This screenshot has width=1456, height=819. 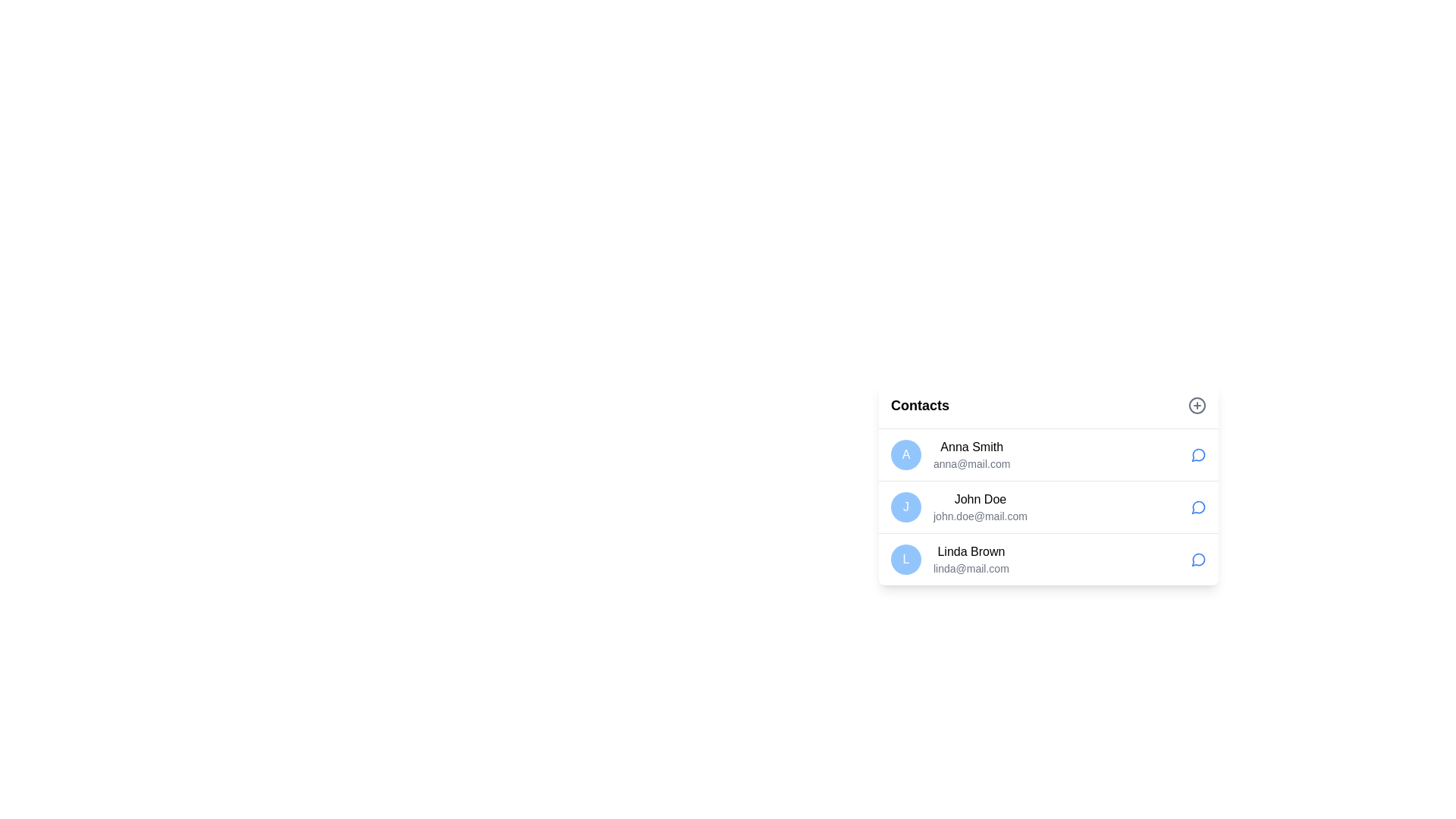 What do you see at coordinates (971, 463) in the screenshot?
I see `the email address text label located beneath 'Anna Smith' in the contact list` at bounding box center [971, 463].